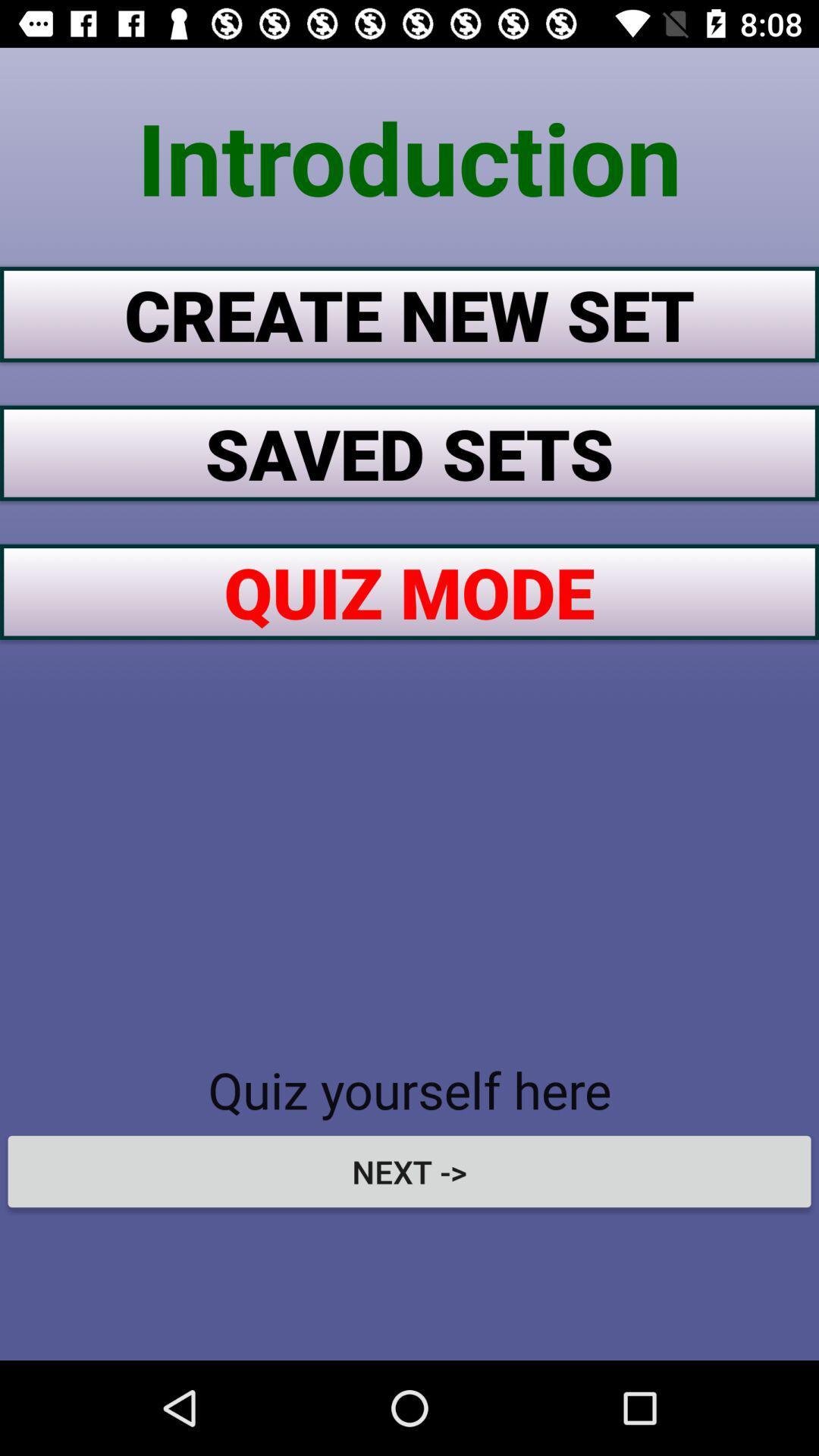  Describe the element at coordinates (409, 1171) in the screenshot. I see `next -> icon` at that location.